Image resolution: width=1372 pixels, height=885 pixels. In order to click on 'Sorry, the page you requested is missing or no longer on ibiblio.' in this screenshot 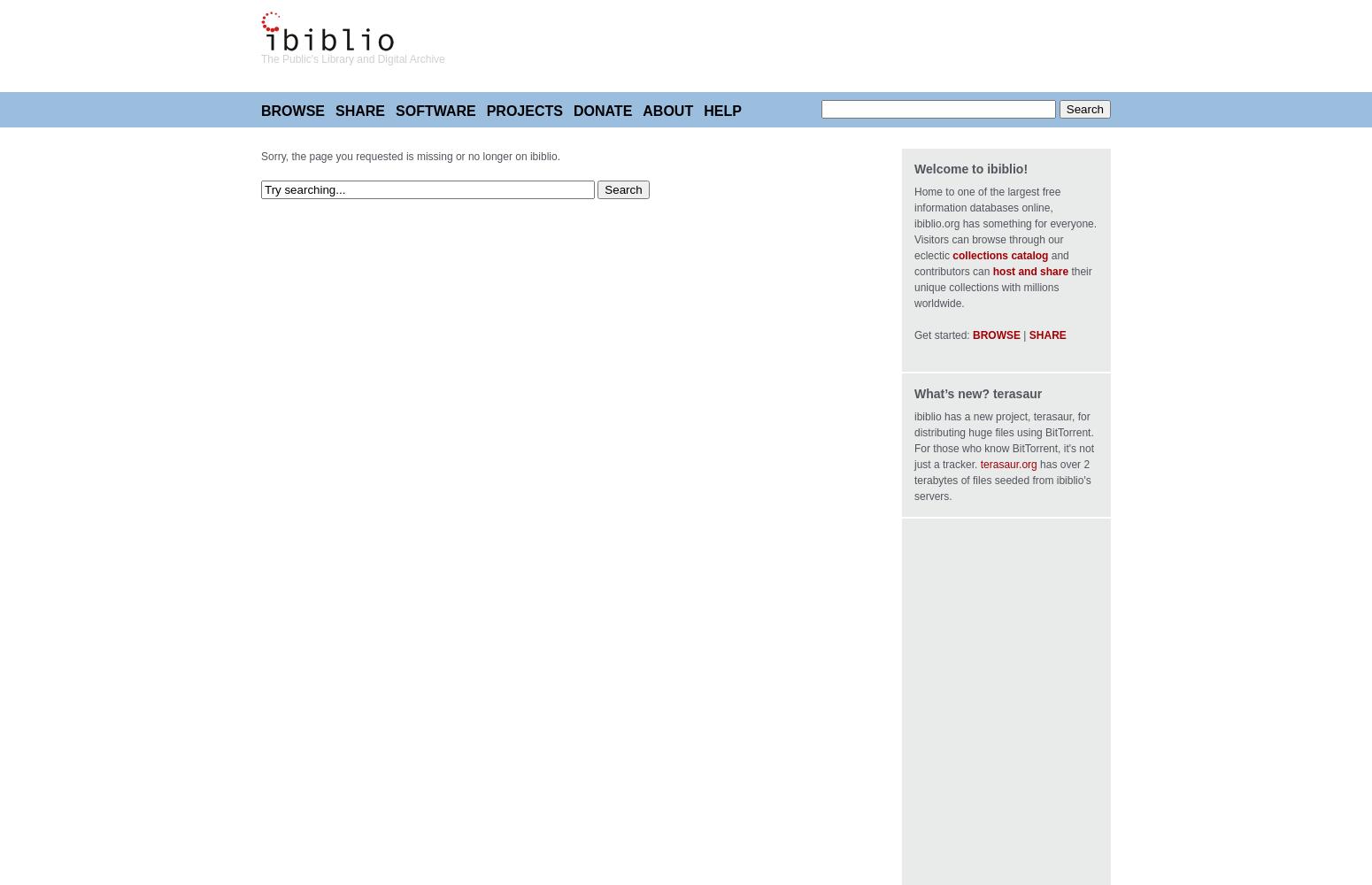, I will do `click(410, 157)`.